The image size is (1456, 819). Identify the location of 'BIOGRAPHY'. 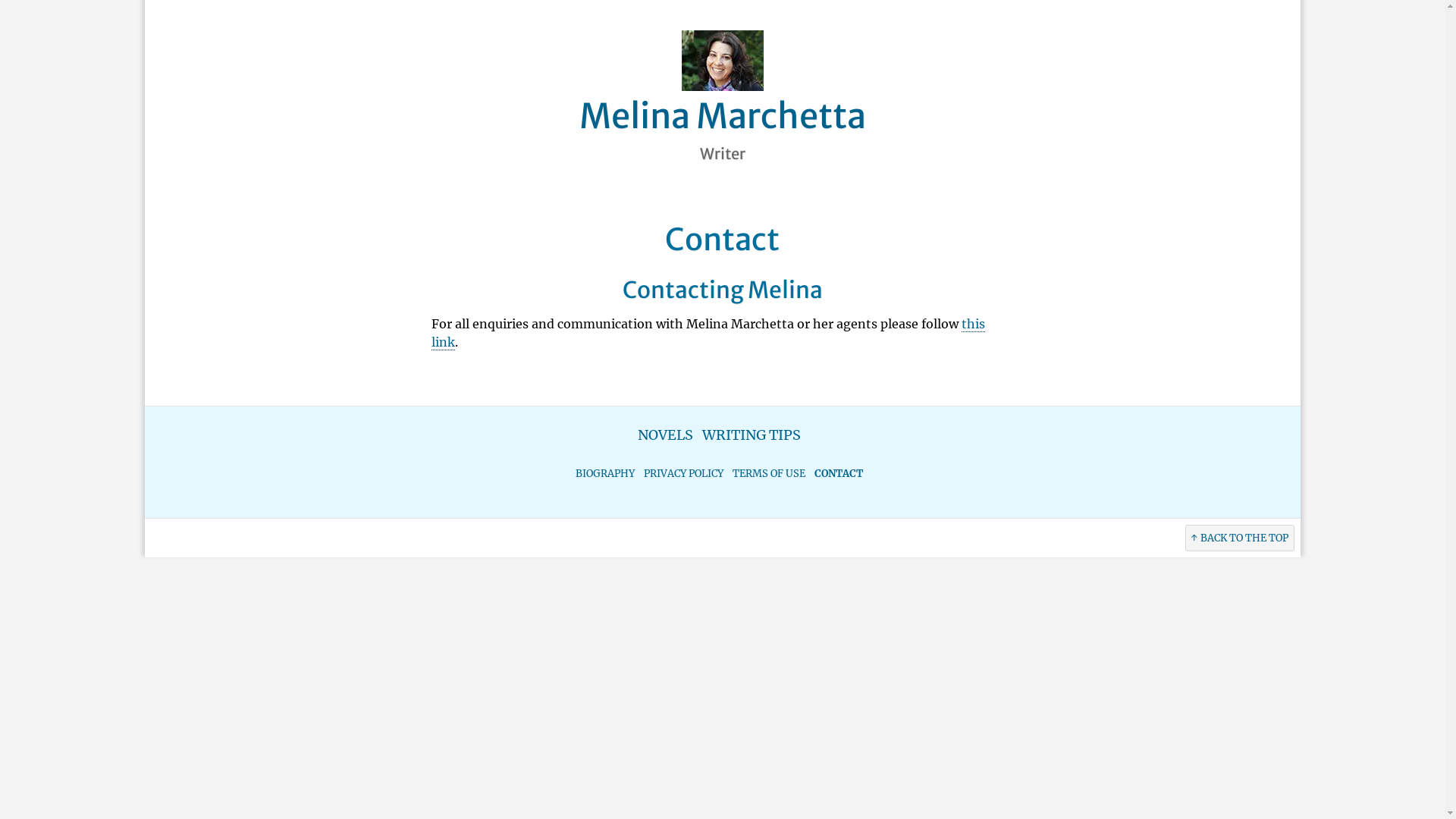
(604, 472).